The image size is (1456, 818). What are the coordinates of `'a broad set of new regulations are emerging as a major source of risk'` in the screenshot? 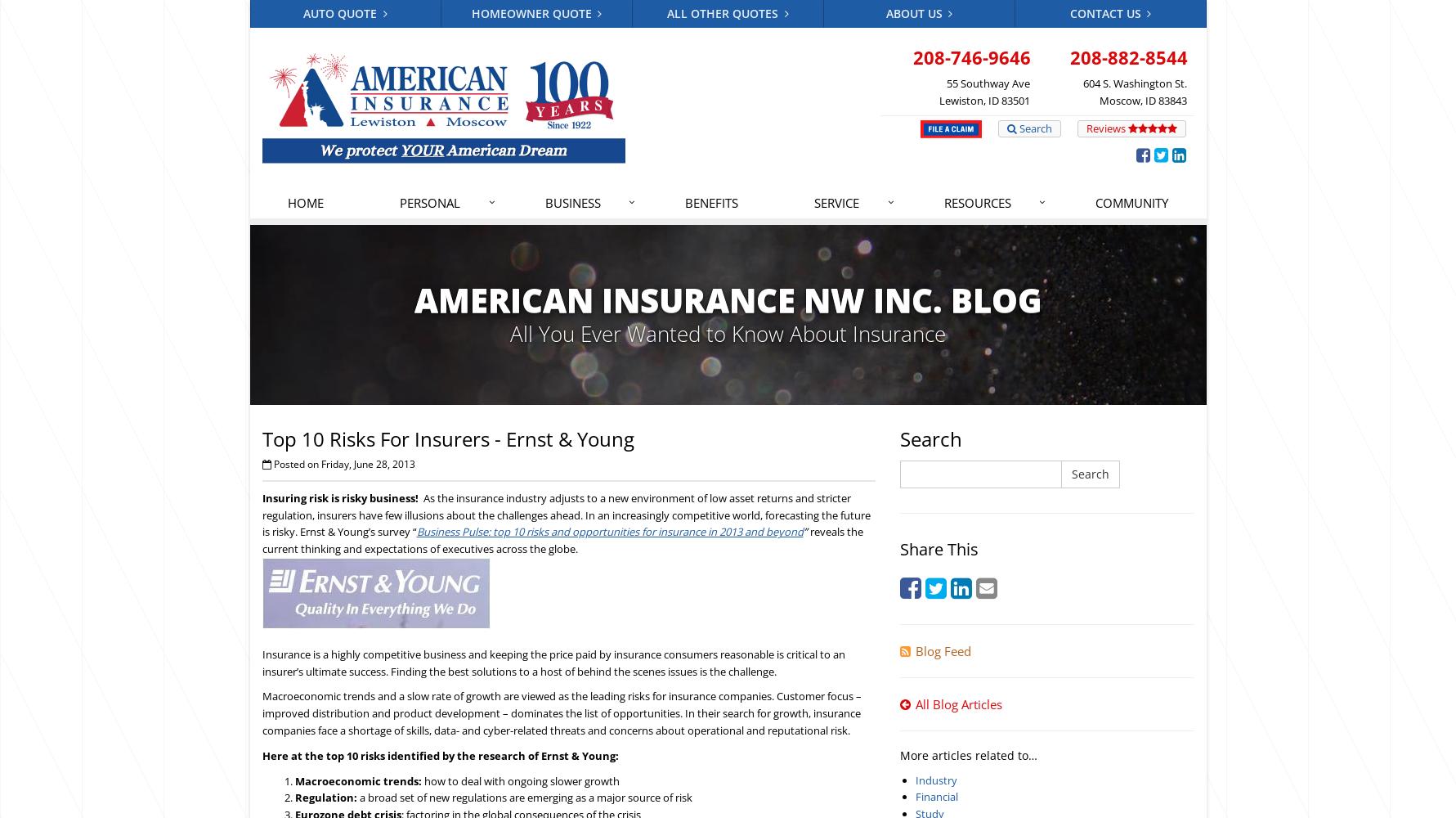 It's located at (524, 797).